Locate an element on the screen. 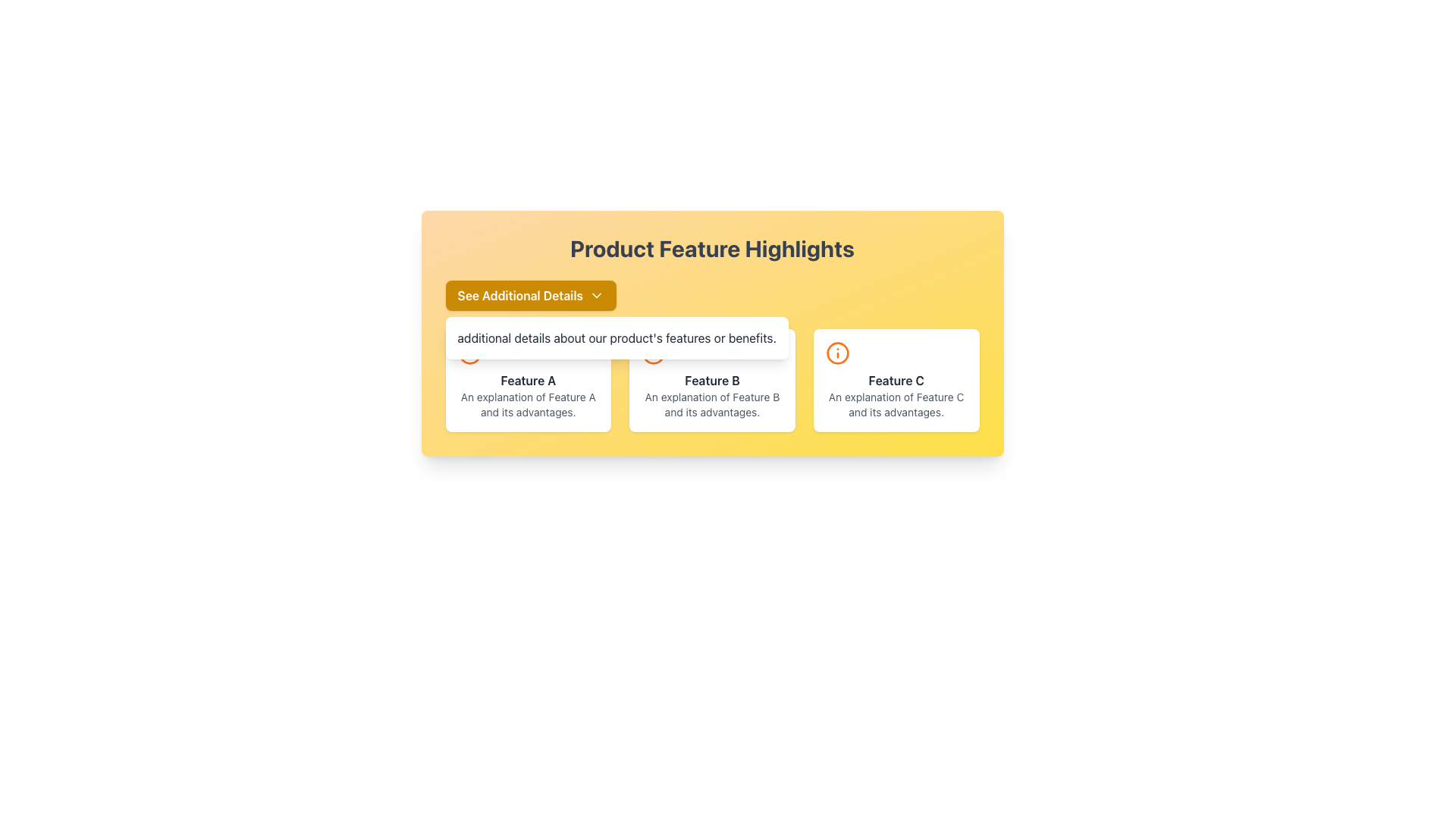 Image resolution: width=1456 pixels, height=819 pixels. the solid orange circular graphic element located at the center of the icon in the rightmost card named 'Feature C' is located at coordinates (836, 353).